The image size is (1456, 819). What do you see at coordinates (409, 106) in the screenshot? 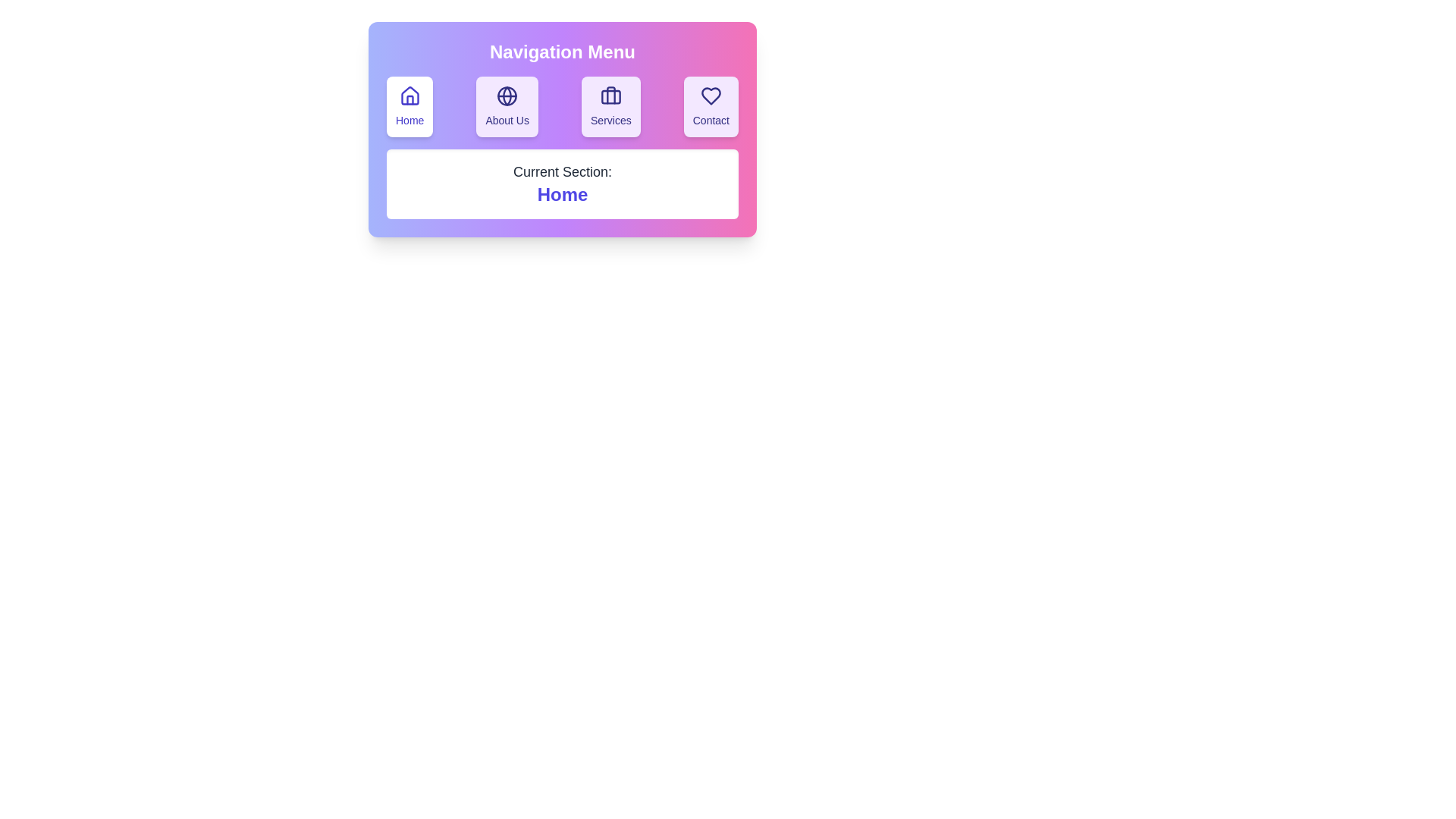
I see `the Home section by clicking the corresponding navigation button` at bounding box center [409, 106].